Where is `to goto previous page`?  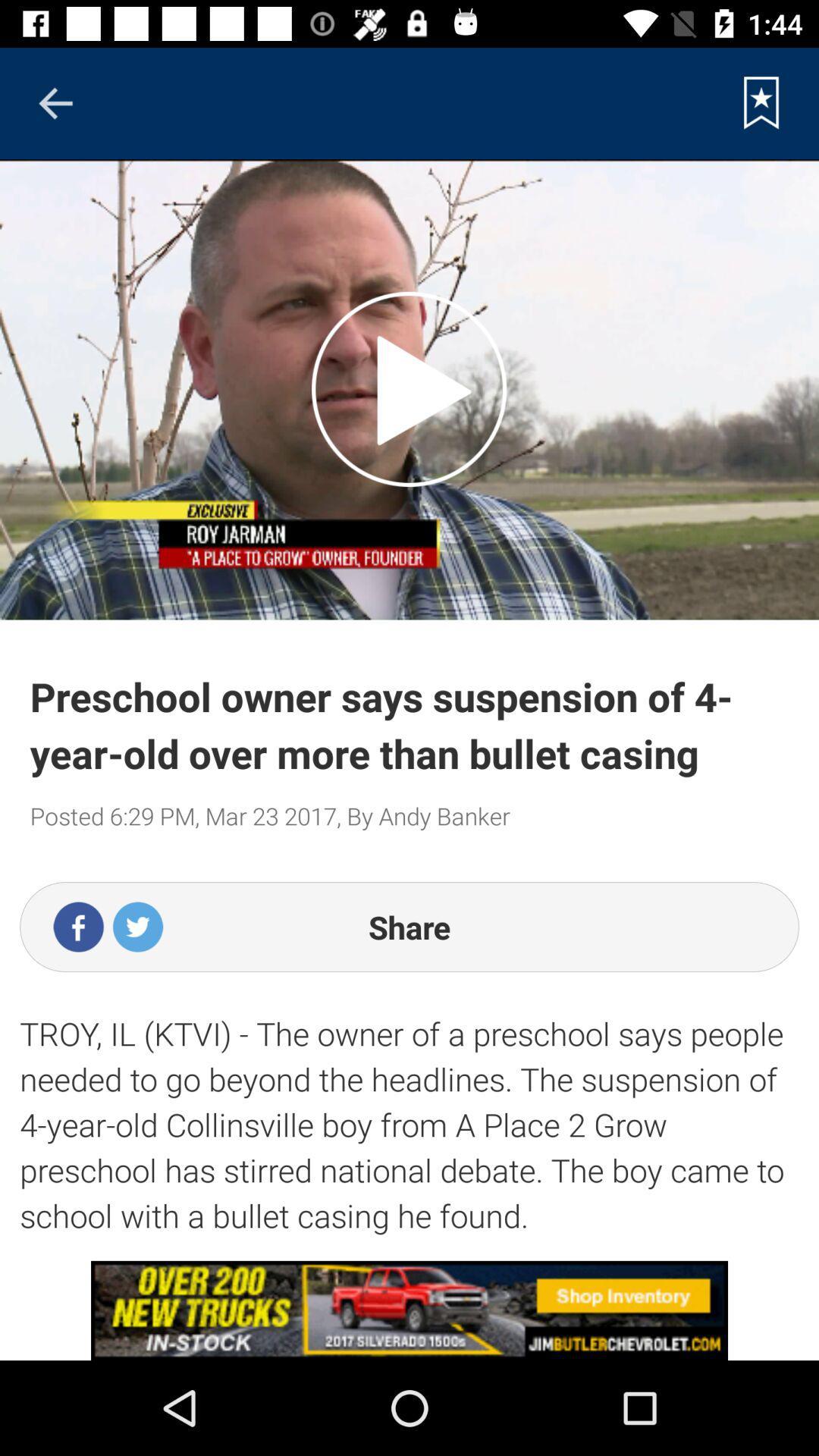 to goto previous page is located at coordinates (55, 102).